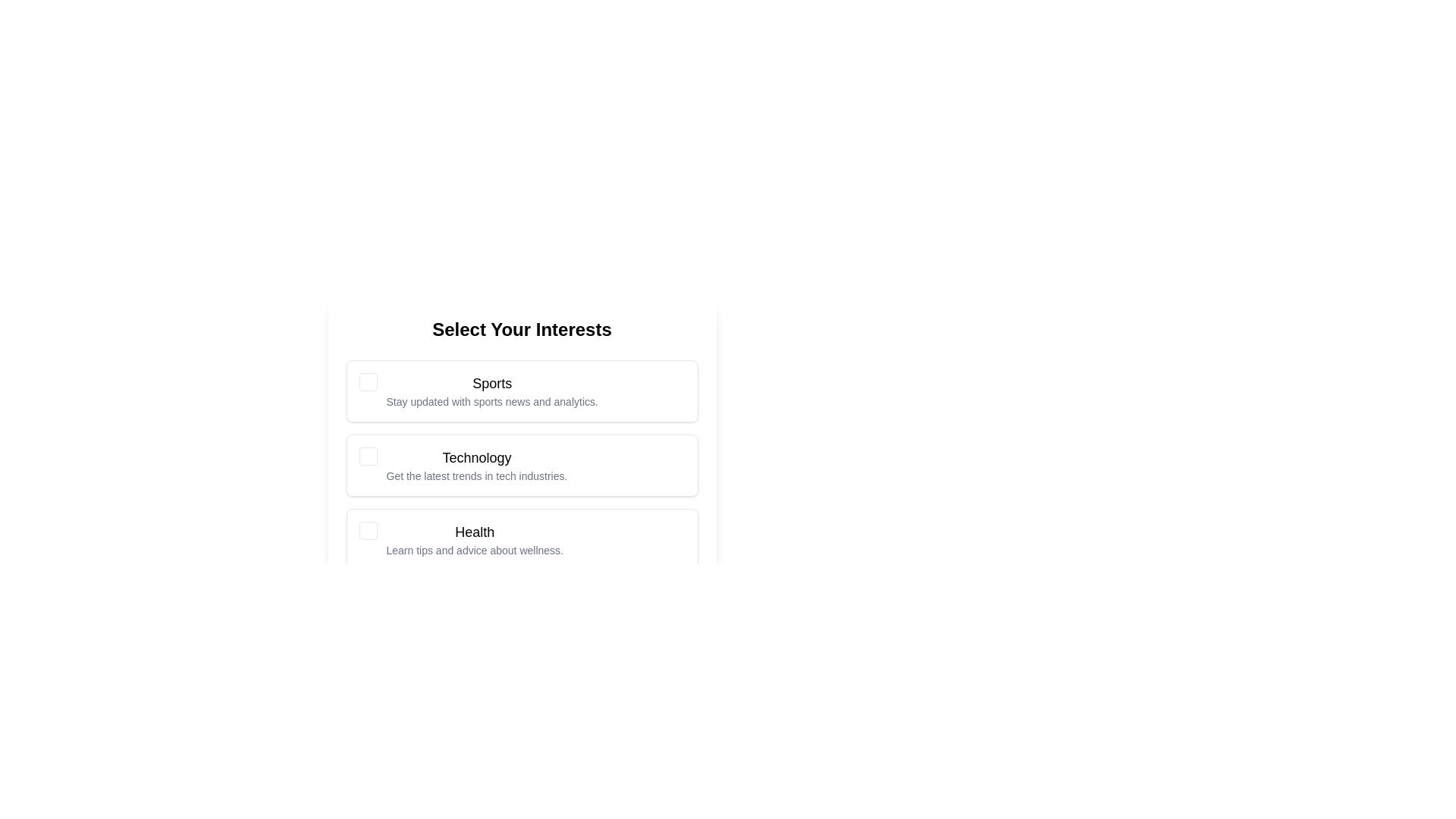 The width and height of the screenshot is (1456, 819). Describe the element at coordinates (368, 529) in the screenshot. I see `the checkbox corresponding to Health` at that location.